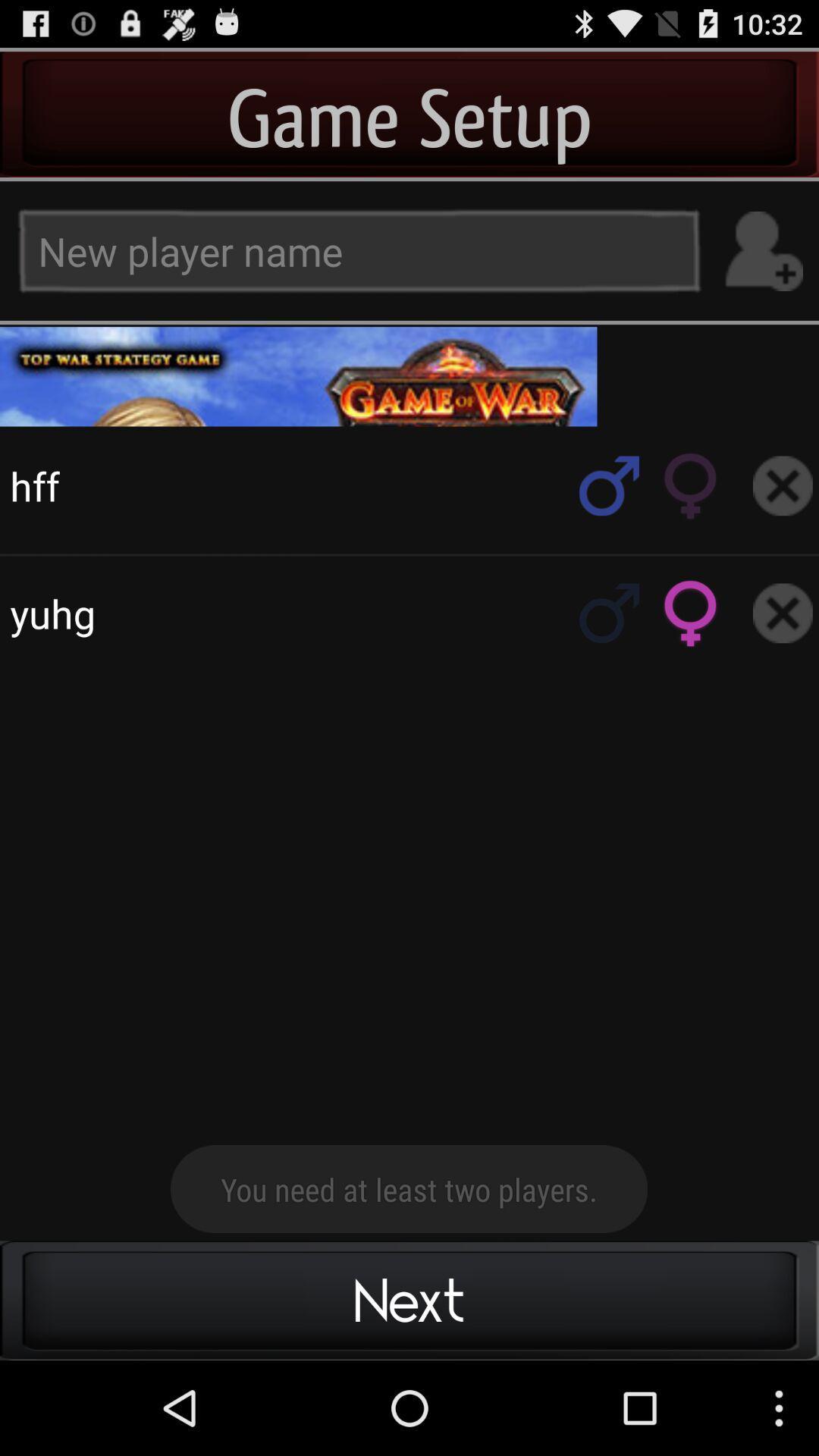  Describe the element at coordinates (691, 485) in the screenshot. I see `make character a female` at that location.